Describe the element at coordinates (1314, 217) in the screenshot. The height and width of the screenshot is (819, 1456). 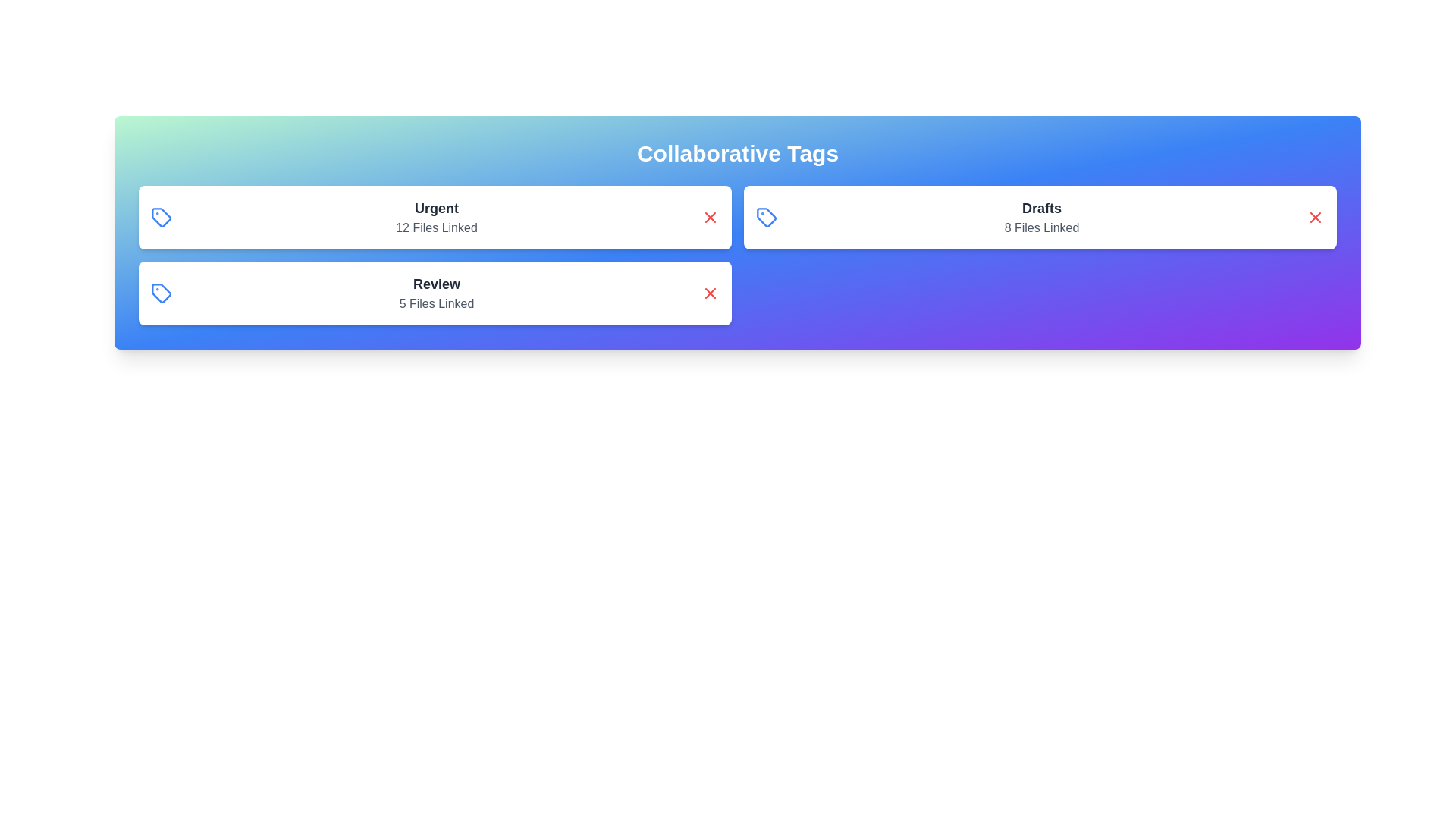
I see `the 'X' button next to the tag named Drafts to remove it` at that location.